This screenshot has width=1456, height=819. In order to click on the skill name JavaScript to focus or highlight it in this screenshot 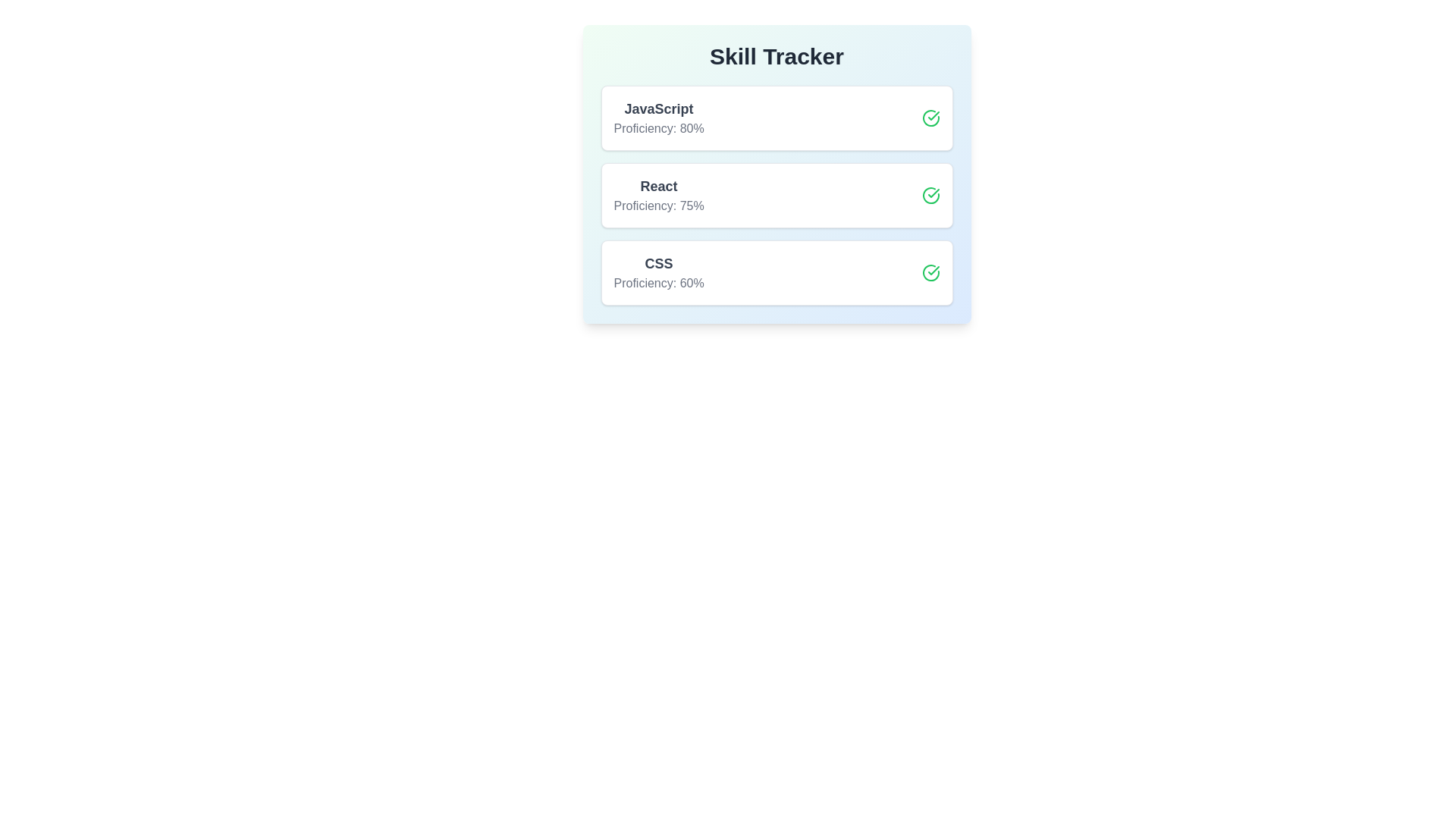, I will do `click(658, 108)`.